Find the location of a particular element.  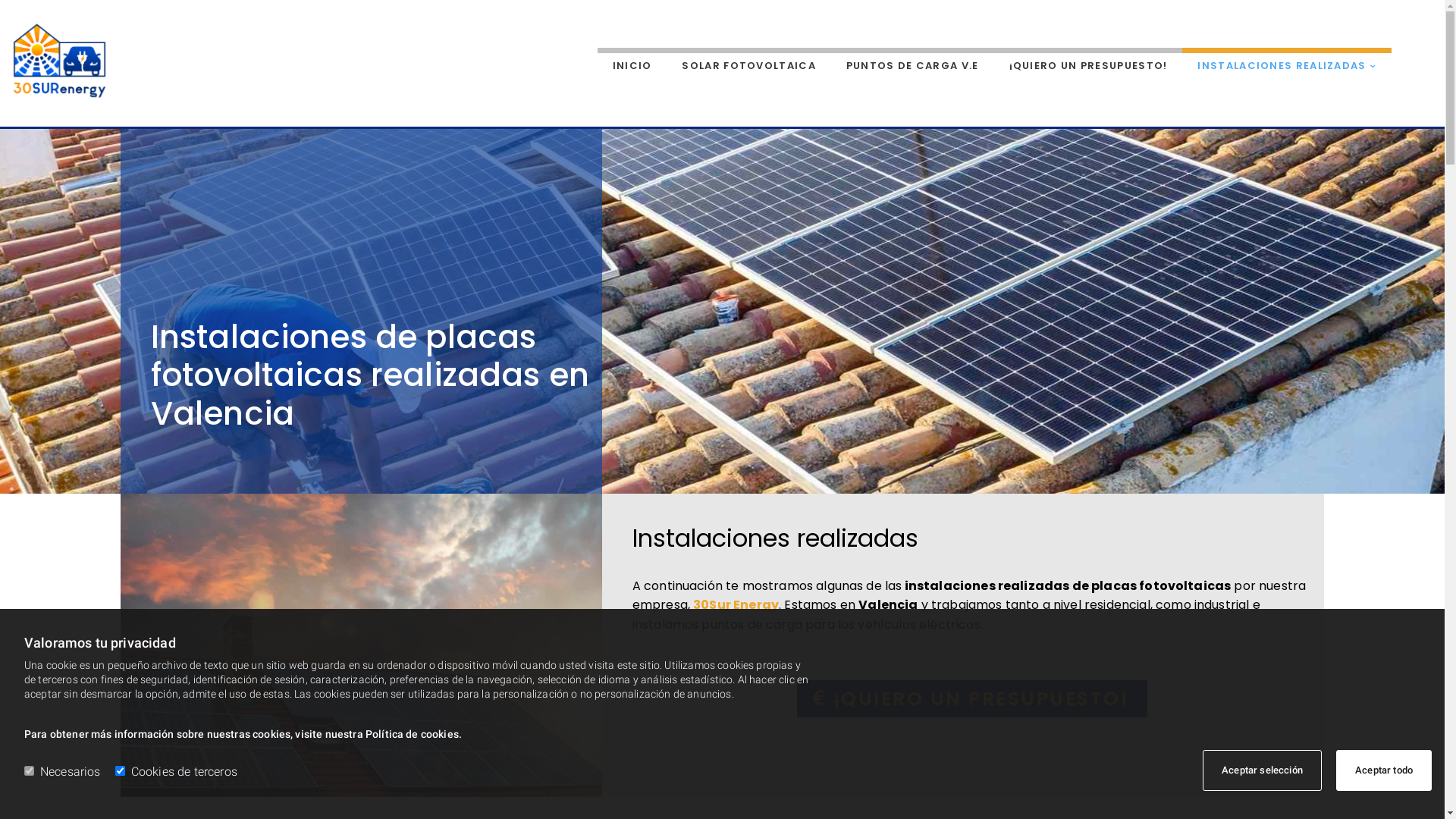

'SOLAR FOTOVOLTAICA' is located at coordinates (748, 62).